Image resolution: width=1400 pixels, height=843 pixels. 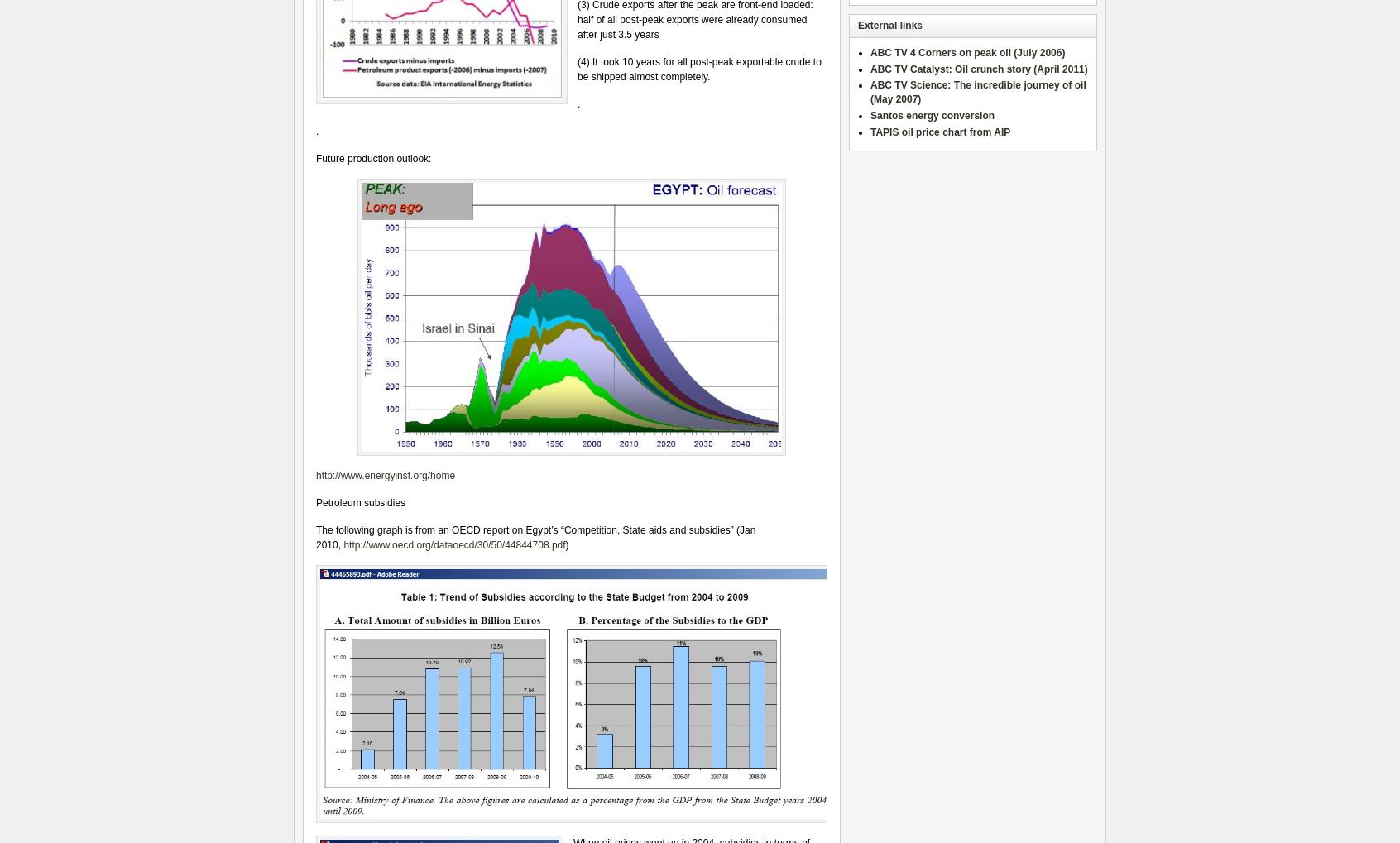 What do you see at coordinates (978, 69) in the screenshot?
I see `'ABC TV Catalyst: Oil crunch story (April 2011)'` at bounding box center [978, 69].